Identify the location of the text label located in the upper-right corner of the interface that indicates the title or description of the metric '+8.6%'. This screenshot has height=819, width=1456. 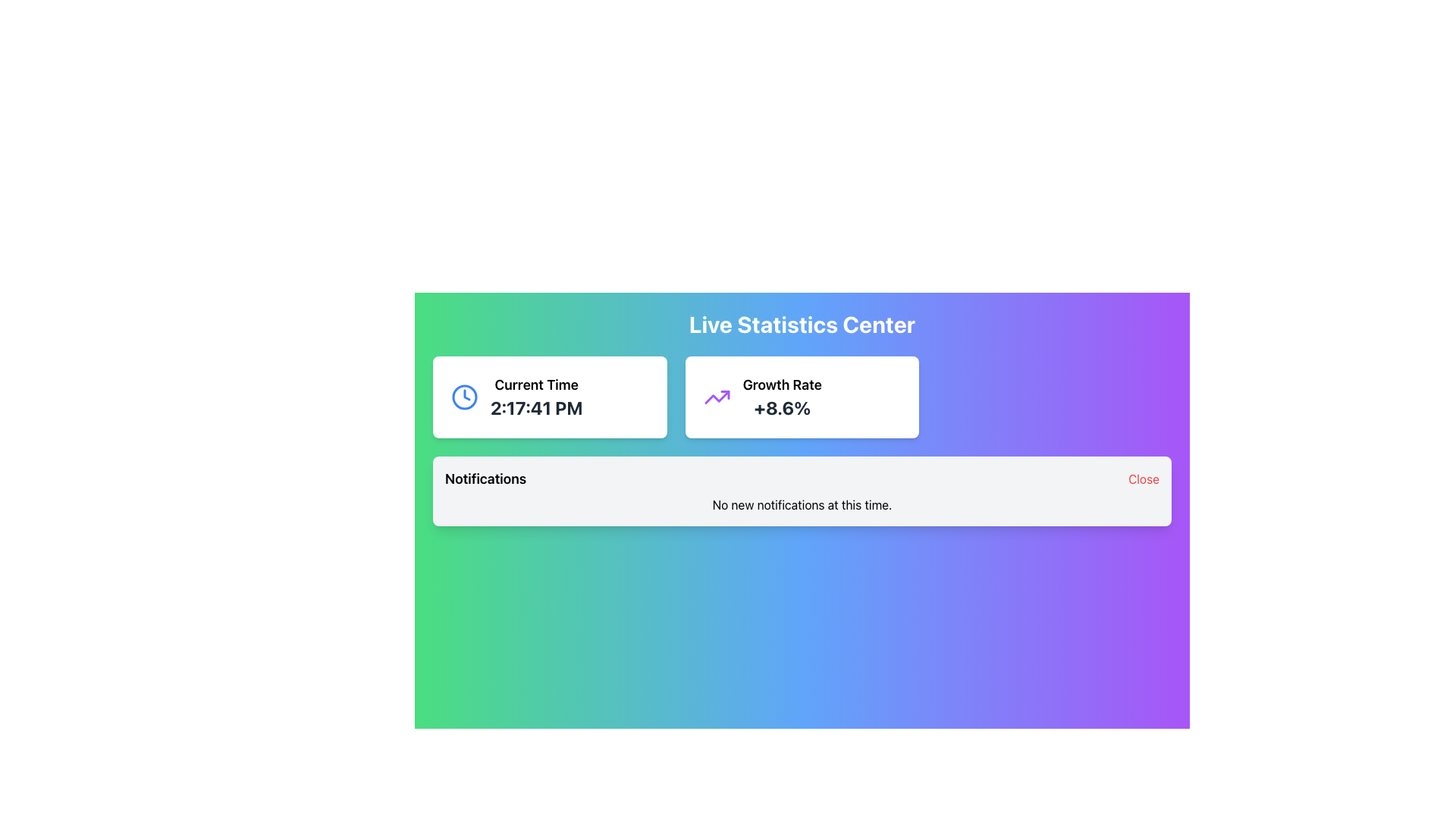
(782, 384).